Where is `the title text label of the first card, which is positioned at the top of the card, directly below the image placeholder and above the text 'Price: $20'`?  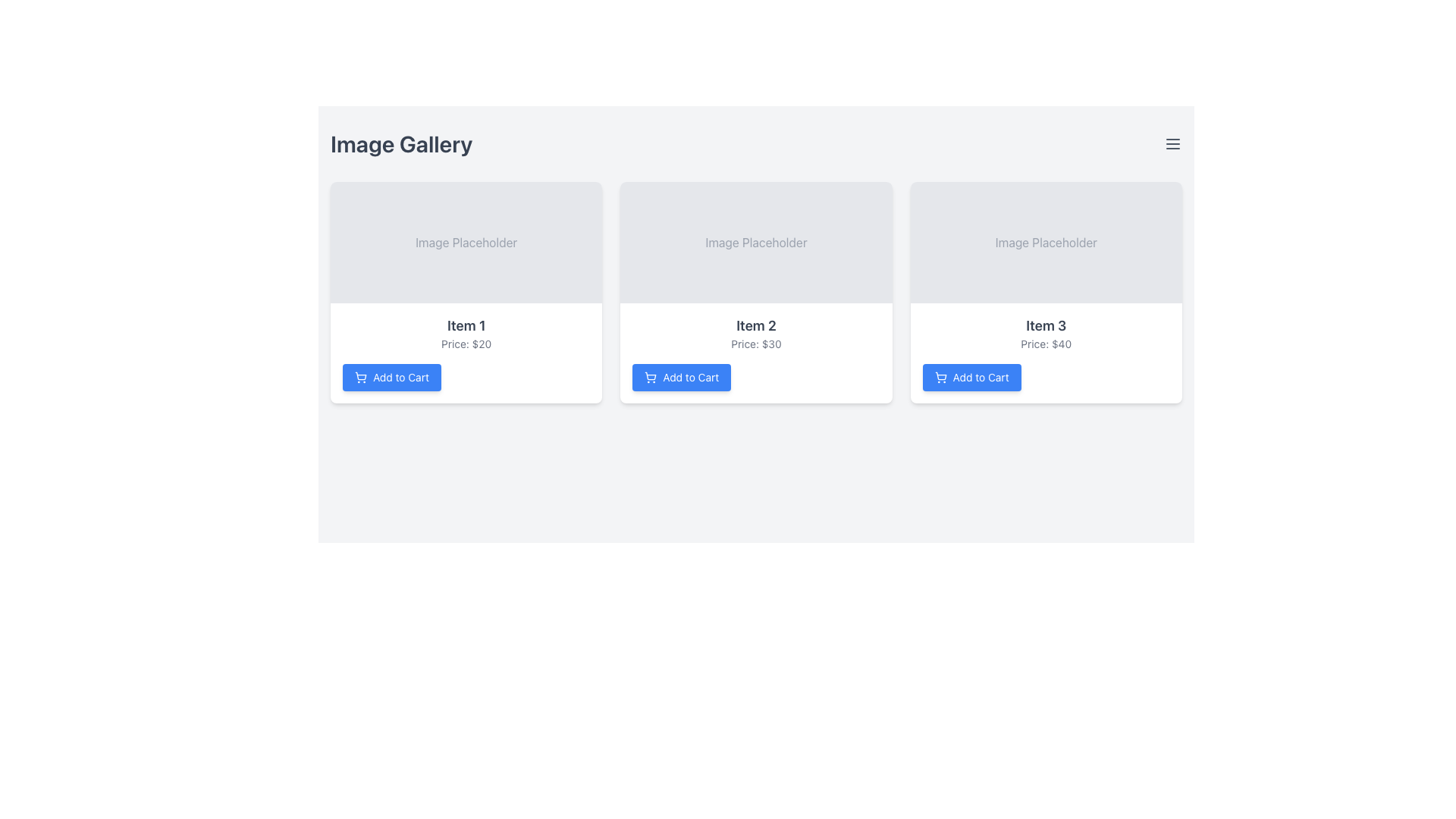 the title text label of the first card, which is positioned at the top of the card, directly below the image placeholder and above the text 'Price: $20' is located at coordinates (466, 325).